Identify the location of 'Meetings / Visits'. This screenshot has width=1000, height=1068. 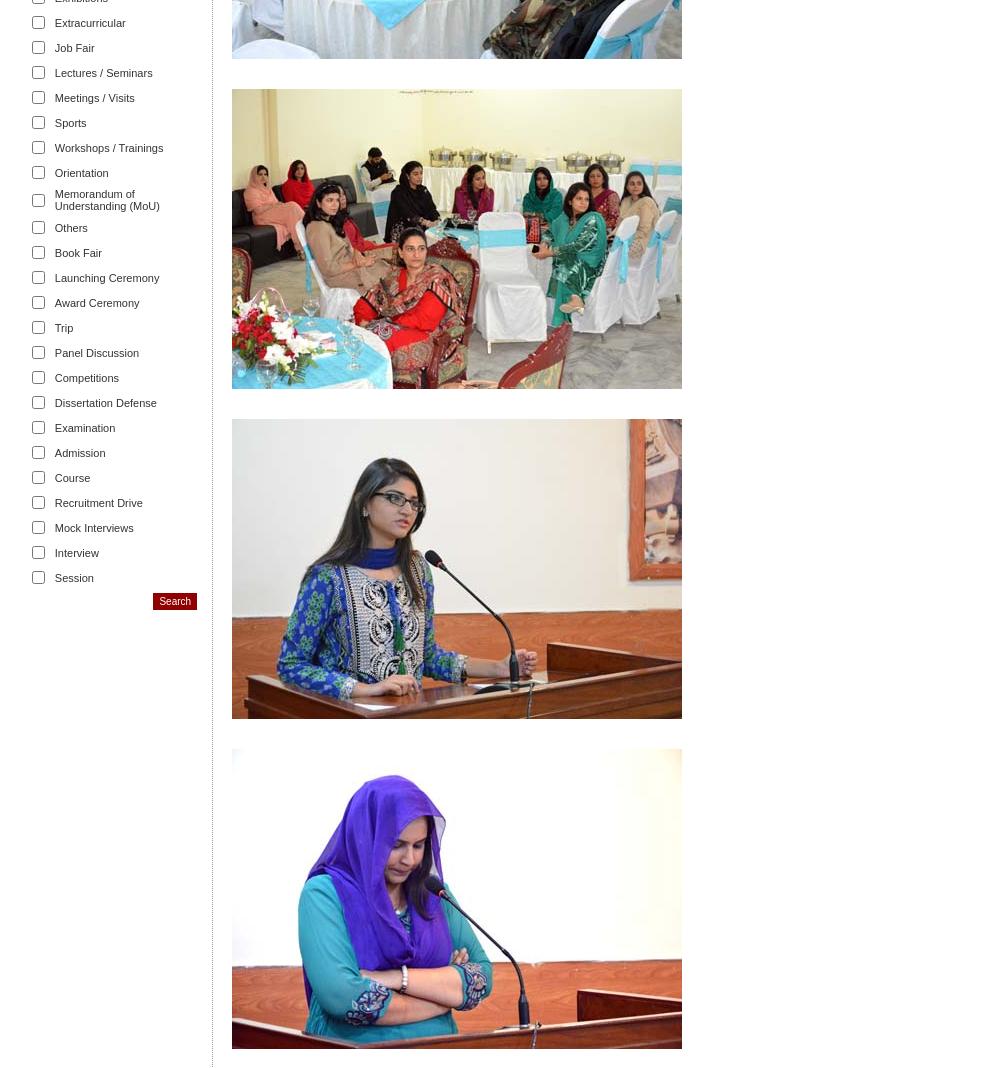
(93, 95).